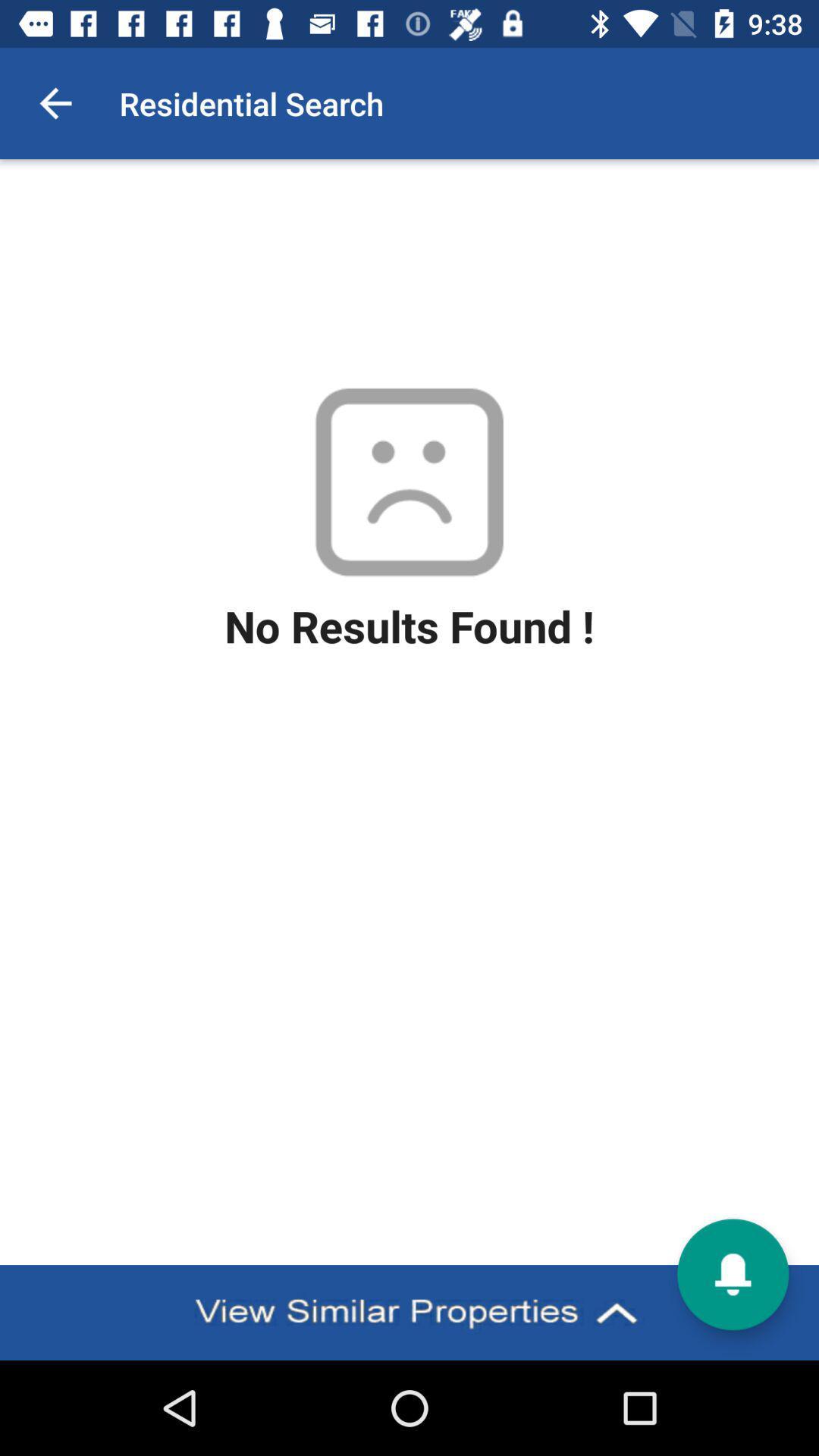 This screenshot has height=1456, width=819. What do you see at coordinates (732, 1274) in the screenshot?
I see `get notification` at bounding box center [732, 1274].